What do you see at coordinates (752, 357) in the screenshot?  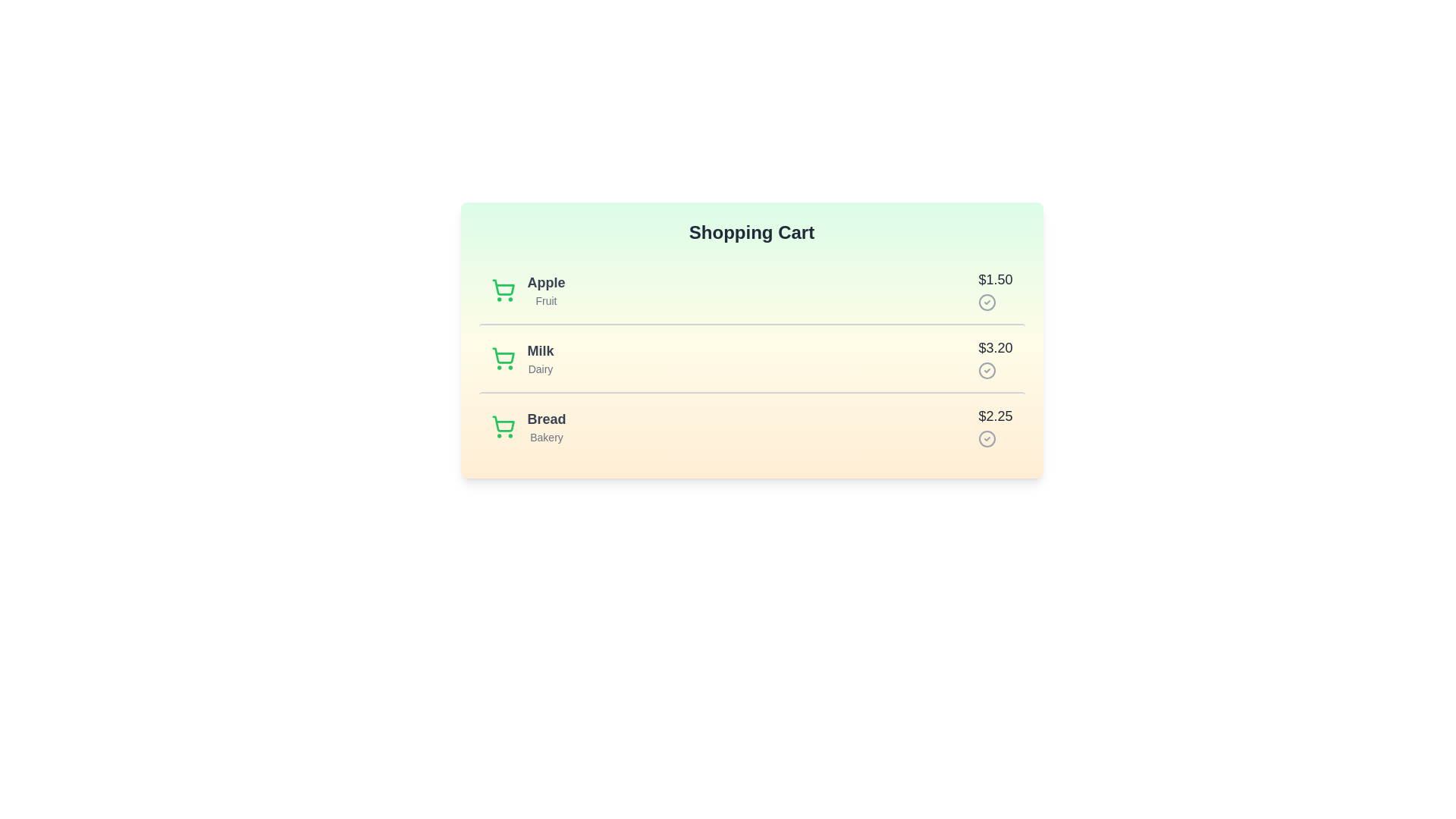 I see `the item Milk to trigger visual feedback` at bounding box center [752, 357].